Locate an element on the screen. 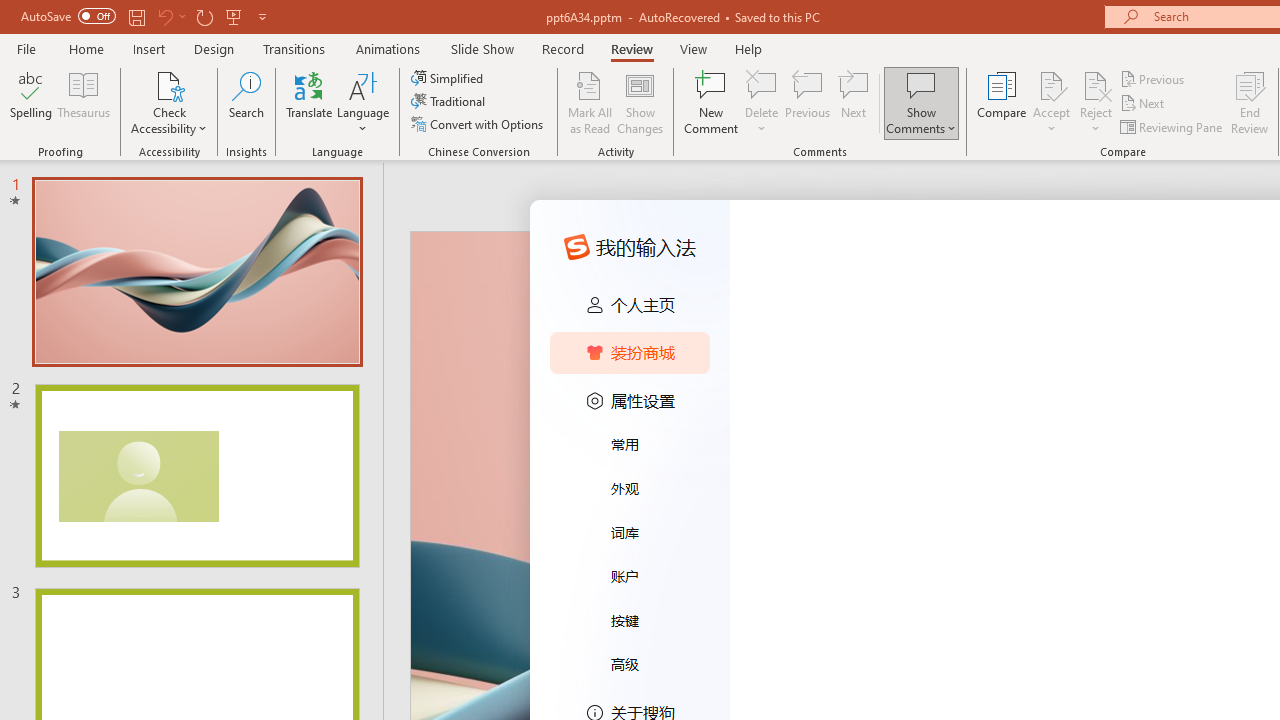  'Convert with Options...' is located at coordinates (478, 124).